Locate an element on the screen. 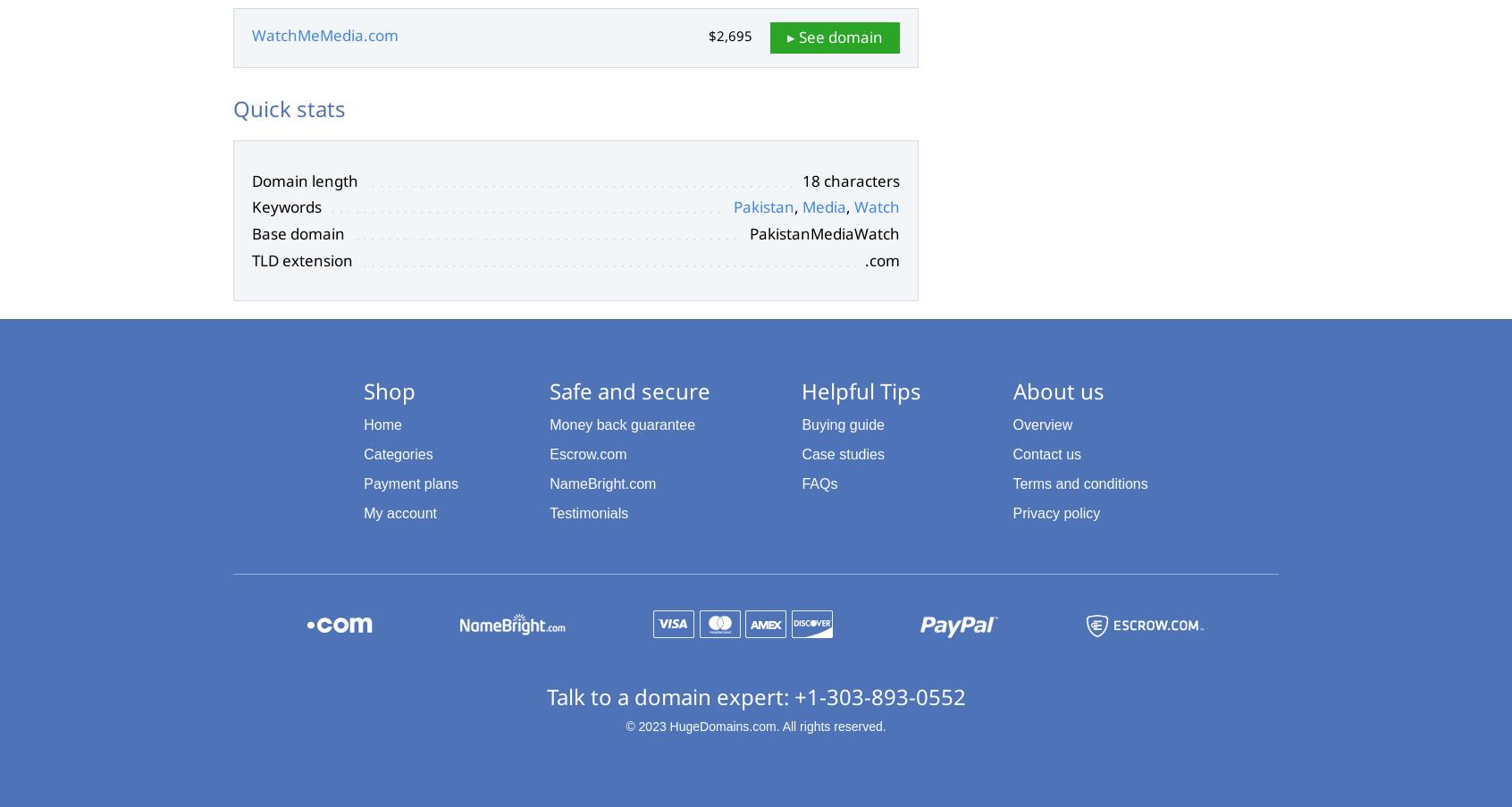  'FAQs' is located at coordinates (819, 482).